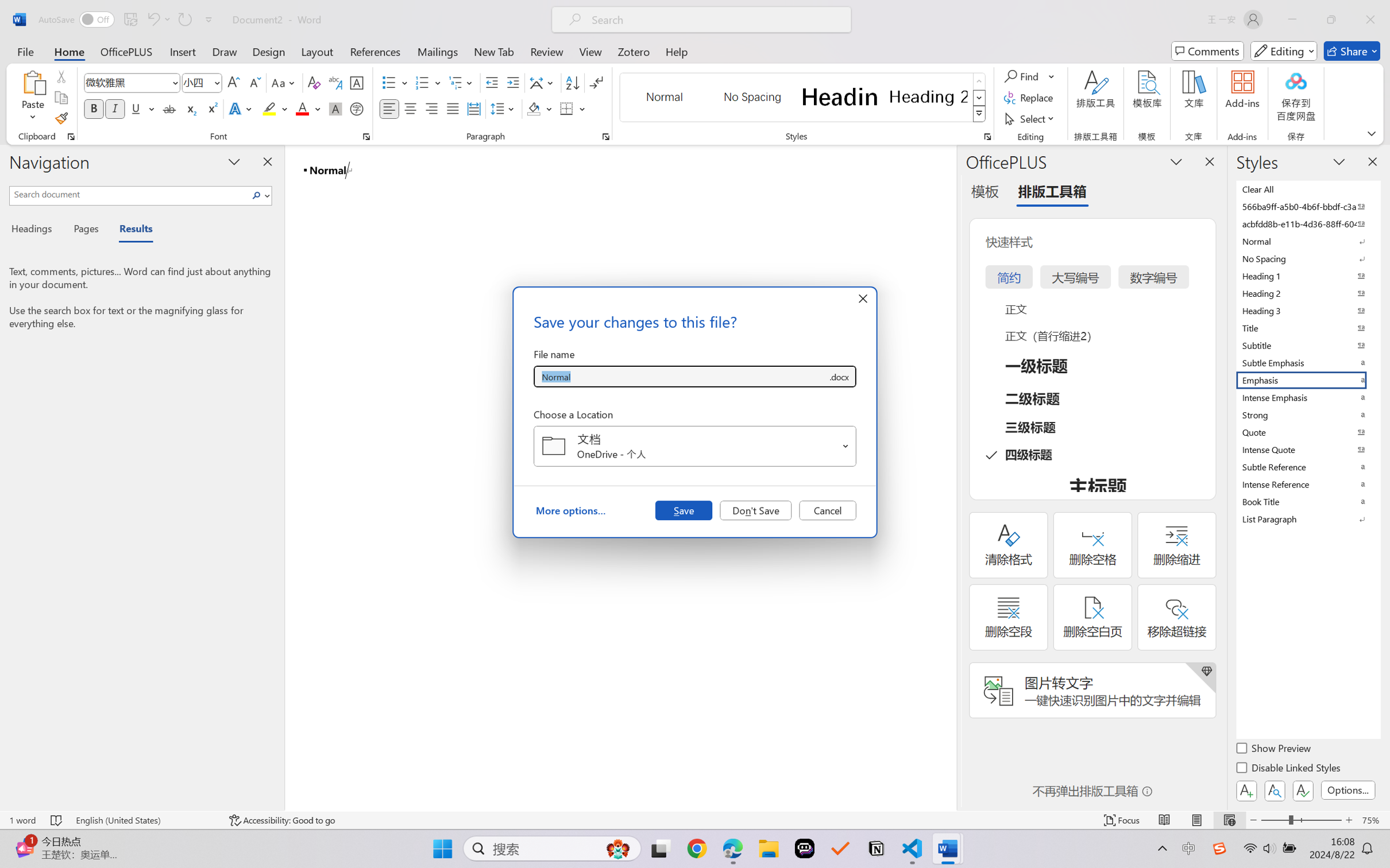 The image size is (1390, 868). What do you see at coordinates (492, 83) in the screenshot?
I see `'Decrease Indent'` at bounding box center [492, 83].